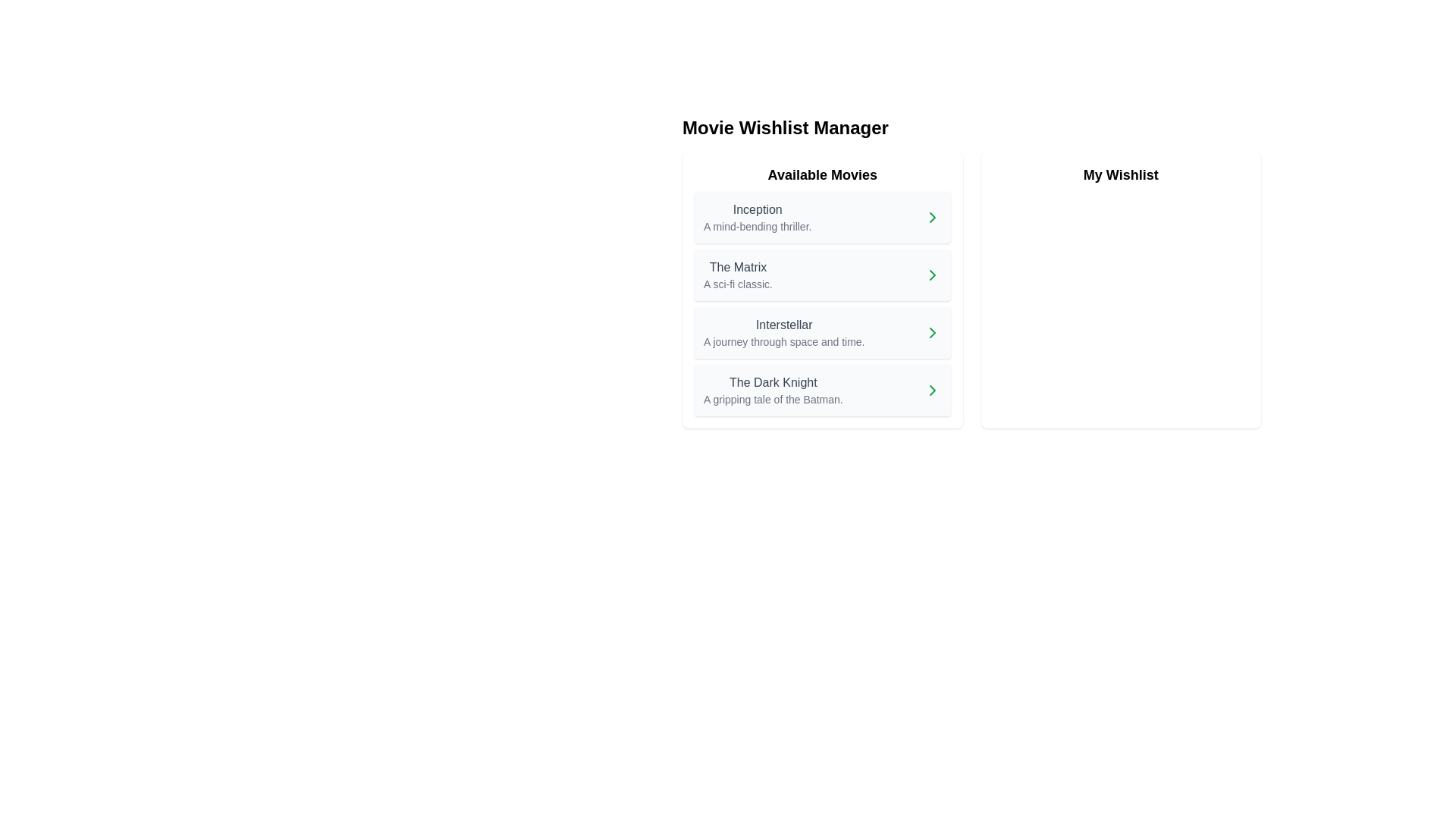  I want to click on the green right-facing SVG arrow icon associated with 'The Matrix', so click(931, 275).